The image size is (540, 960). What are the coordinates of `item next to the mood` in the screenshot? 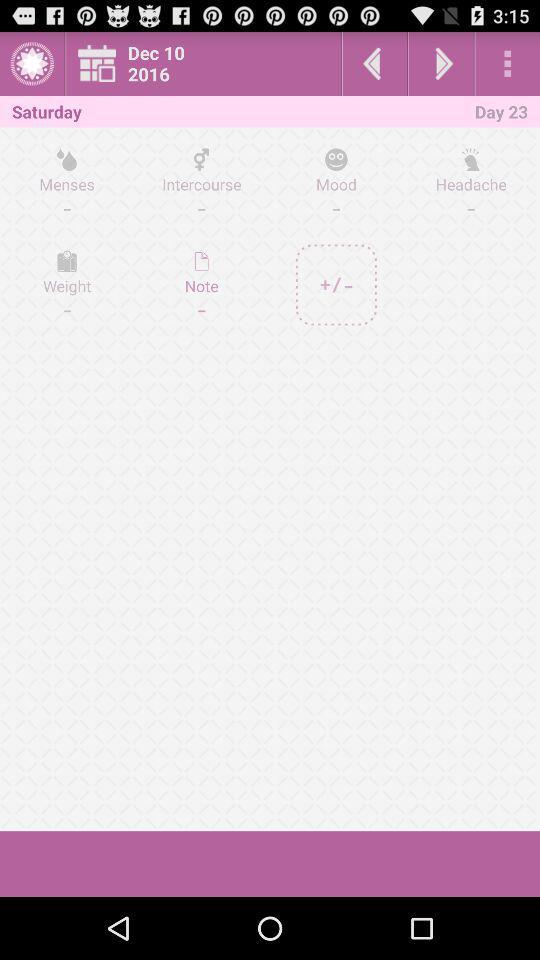 It's located at (201, 284).